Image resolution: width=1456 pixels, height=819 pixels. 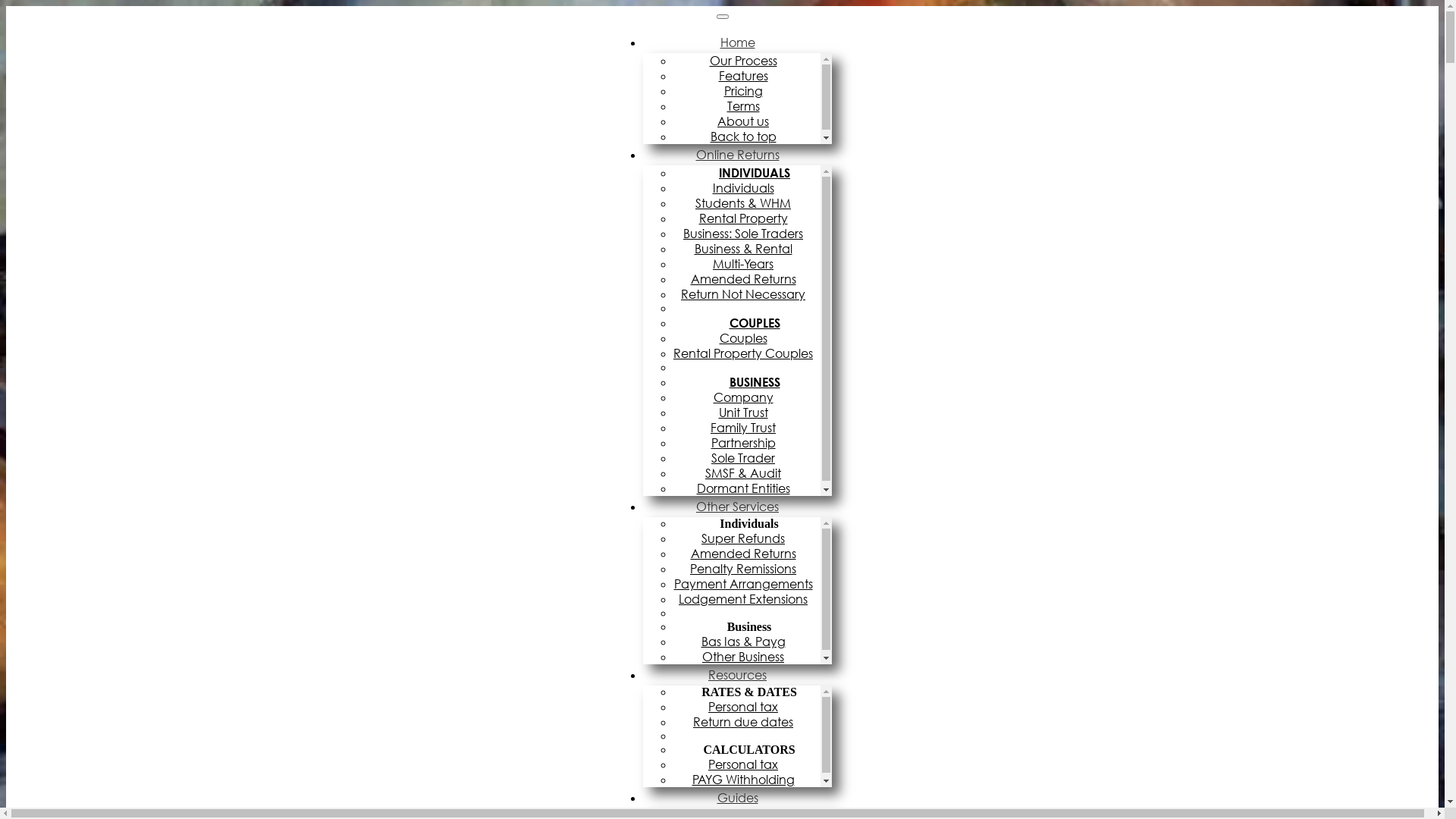 I want to click on 'Back to top', so click(x=746, y=136).